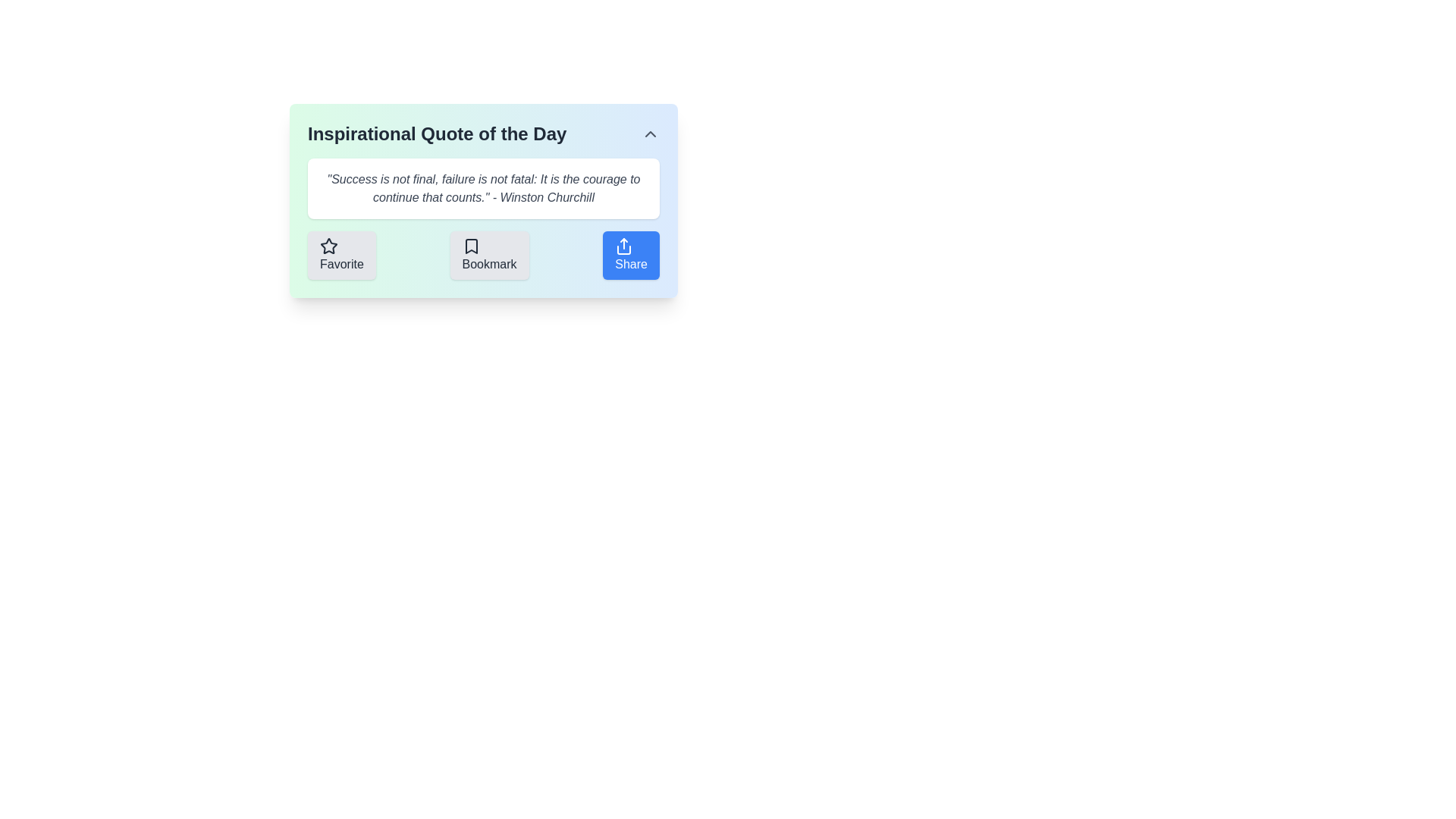 The image size is (1456, 819). Describe the element at coordinates (483, 254) in the screenshot. I see `the 'Bookmark' button, which is the second button in a row of functional buttons near the bottom of the card containing a quote` at that location.